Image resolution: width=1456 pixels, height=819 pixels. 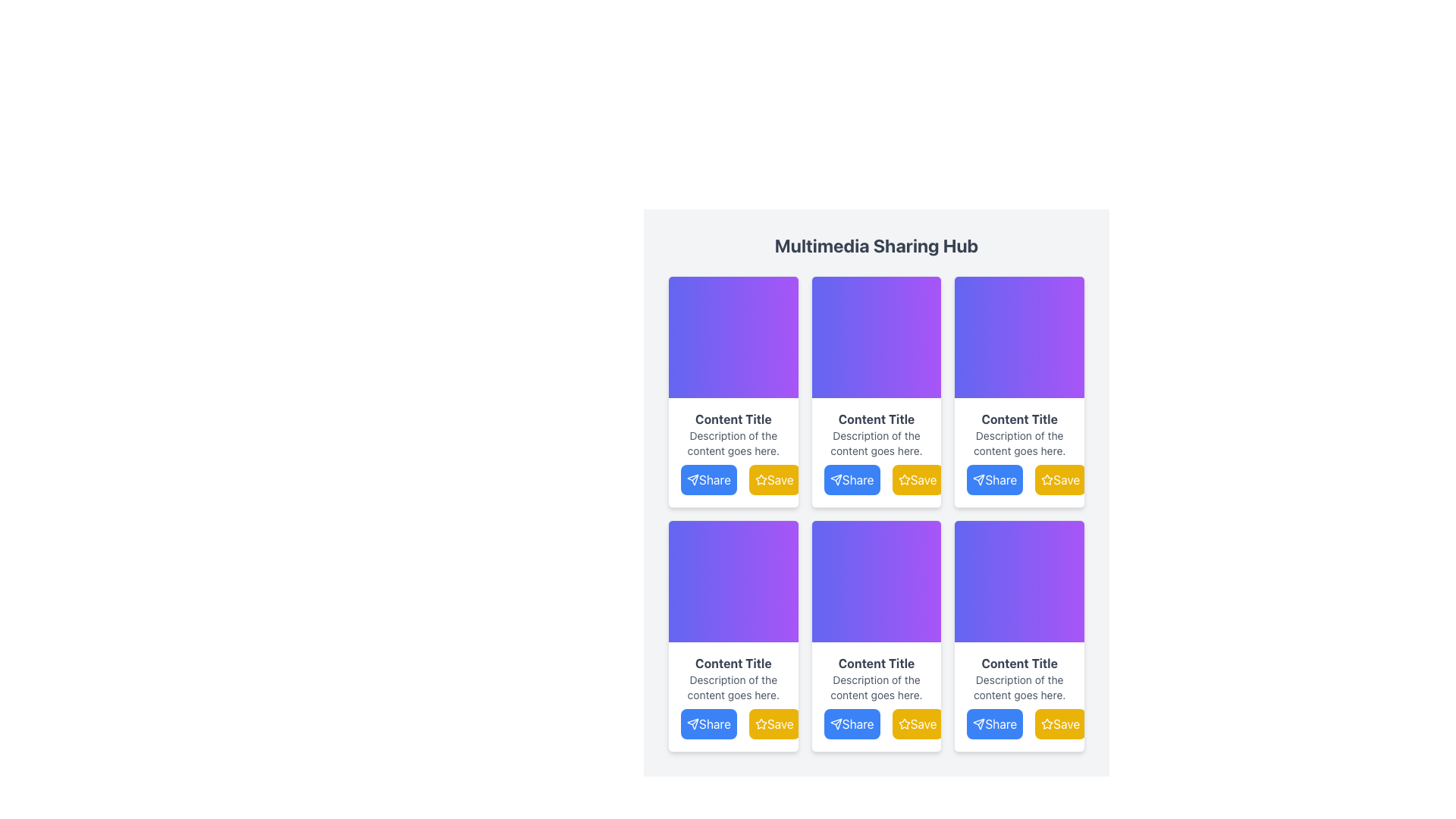 I want to click on the 'Share' button with blue background and white text, so click(x=733, y=479).